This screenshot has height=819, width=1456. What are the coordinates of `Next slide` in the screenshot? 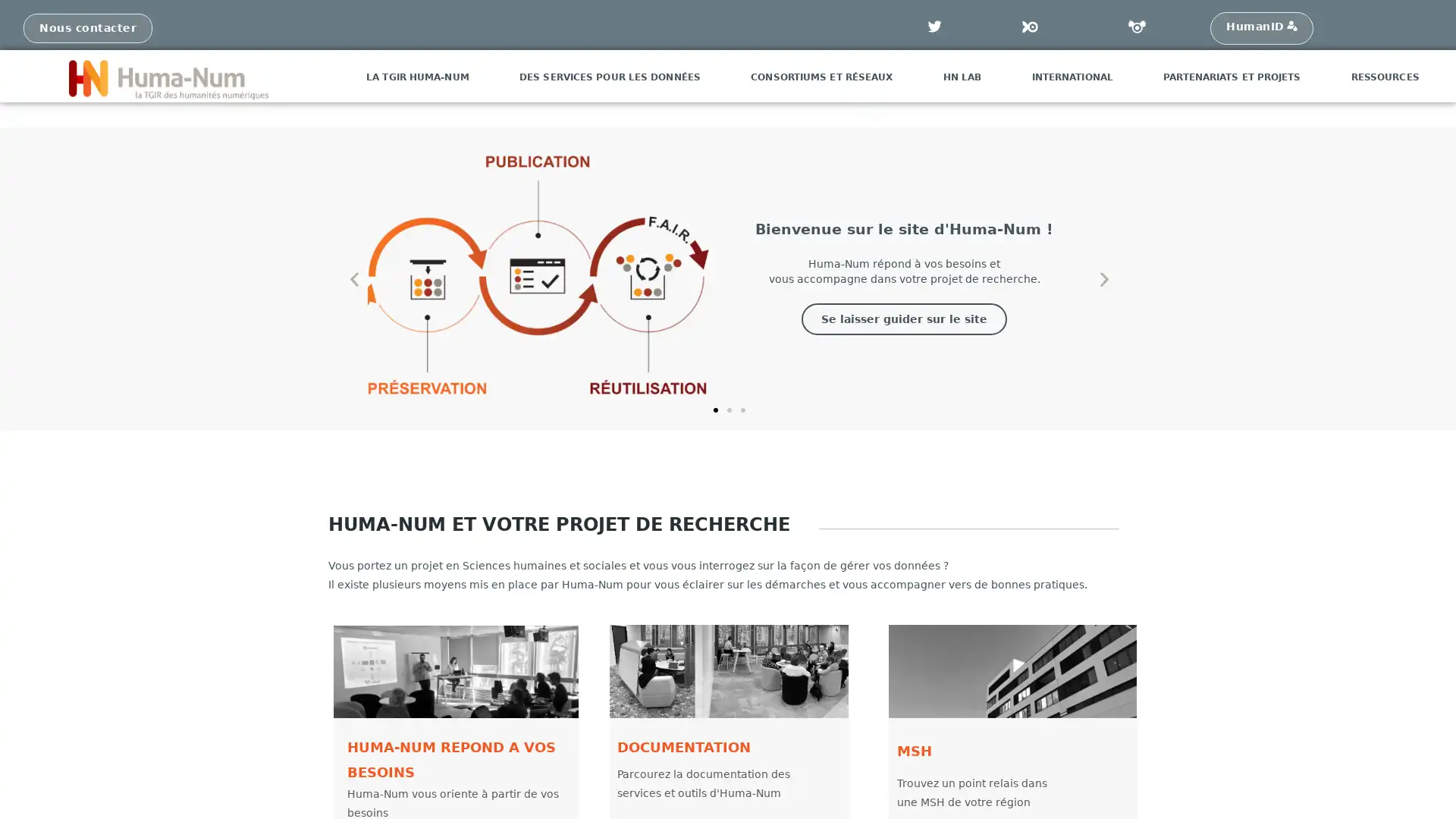 It's located at (1103, 278).